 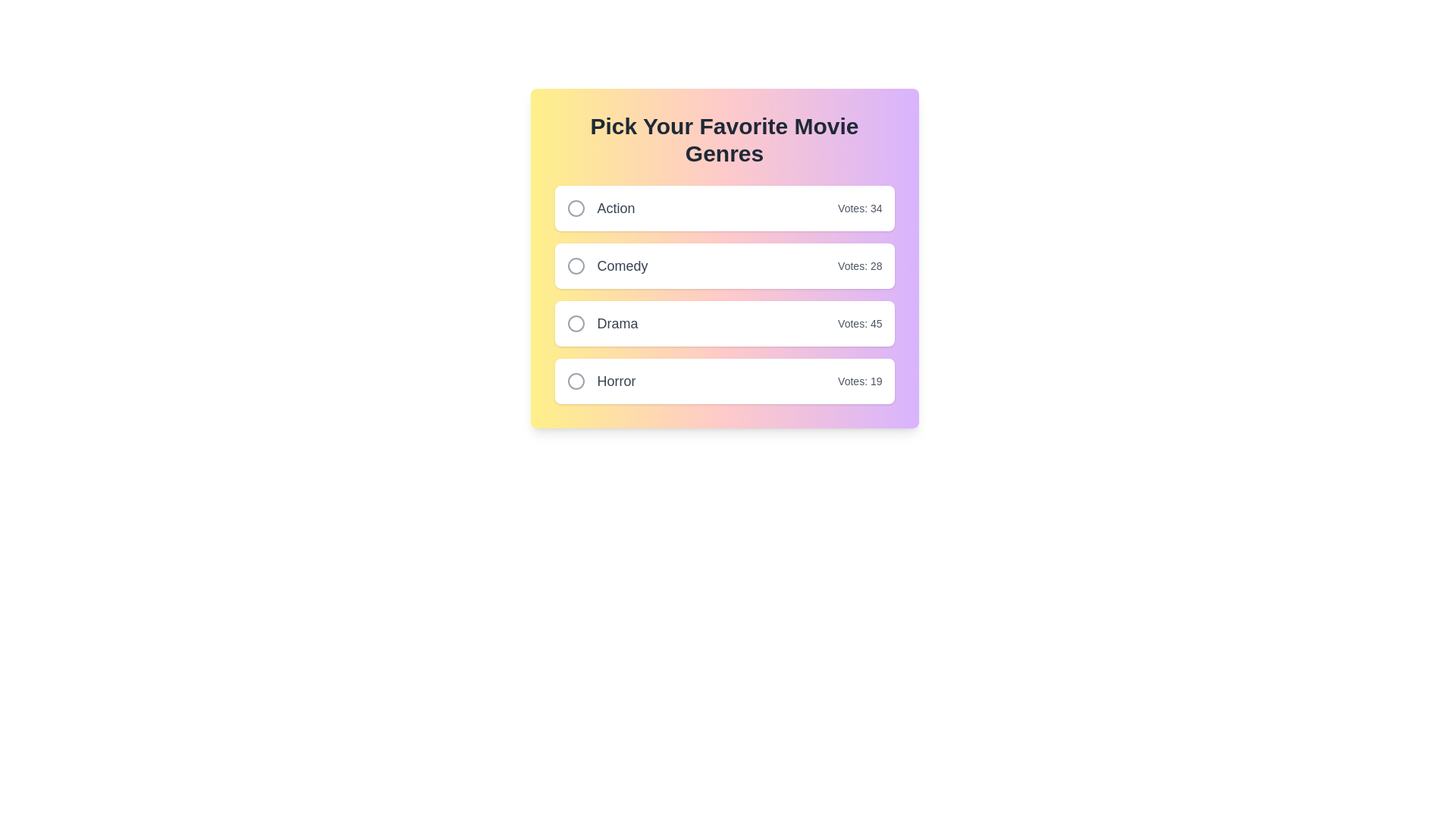 What do you see at coordinates (575, 208) in the screenshot?
I see `the genre Action` at bounding box center [575, 208].